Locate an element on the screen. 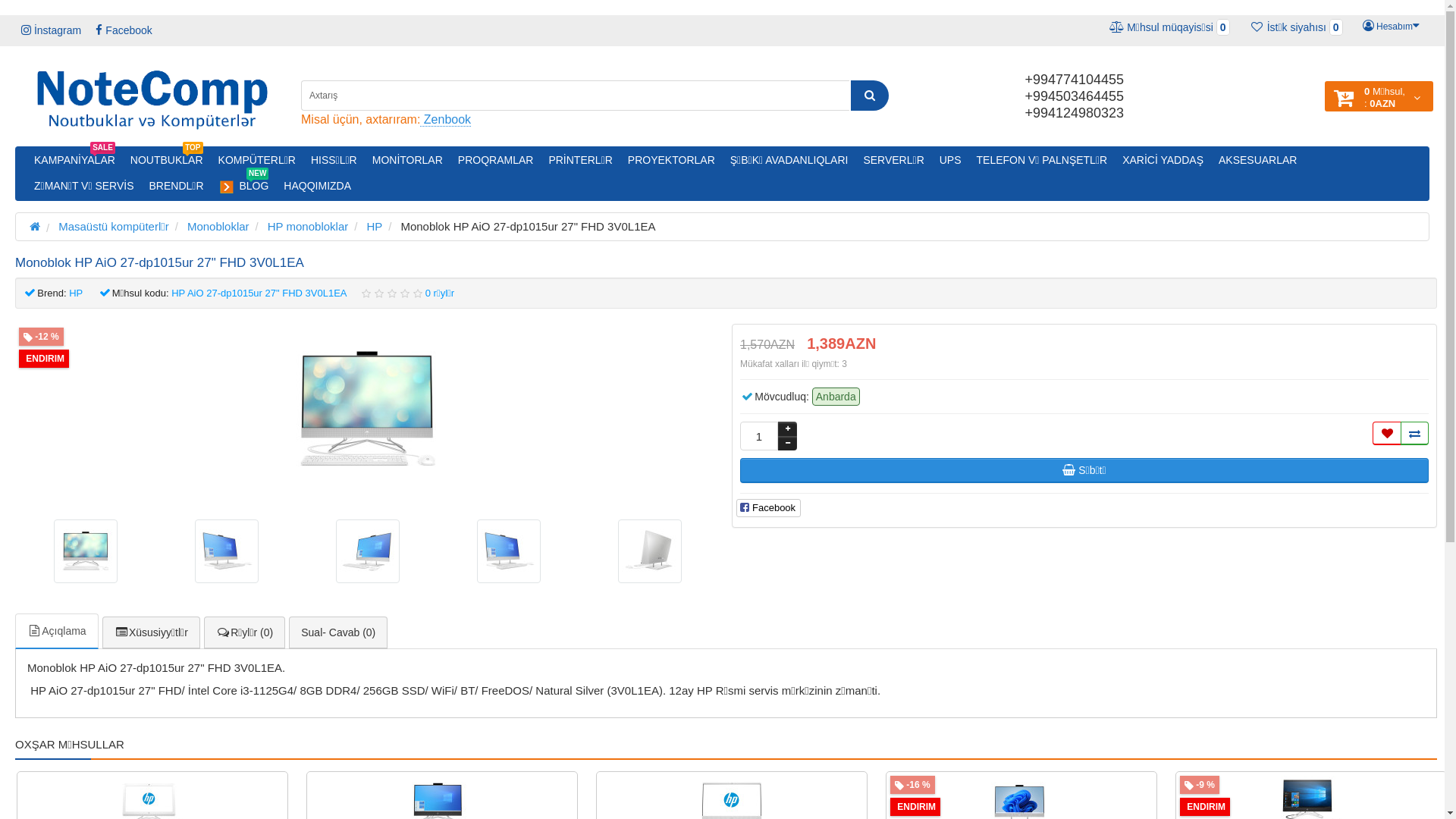 Image resolution: width=1456 pixels, height=819 pixels. 'NEW is located at coordinates (243, 185).